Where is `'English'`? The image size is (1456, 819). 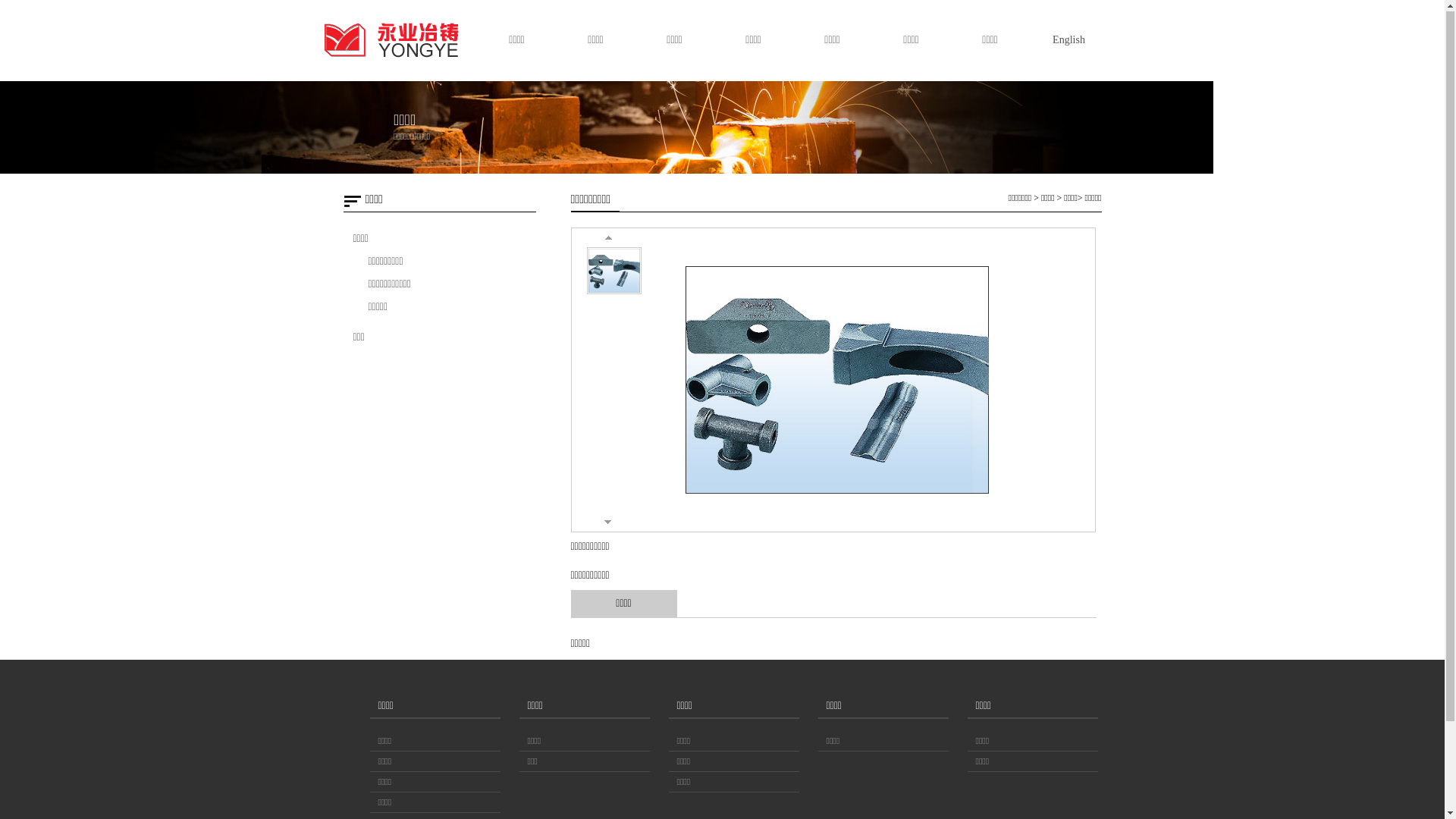 'English' is located at coordinates (1068, 40).